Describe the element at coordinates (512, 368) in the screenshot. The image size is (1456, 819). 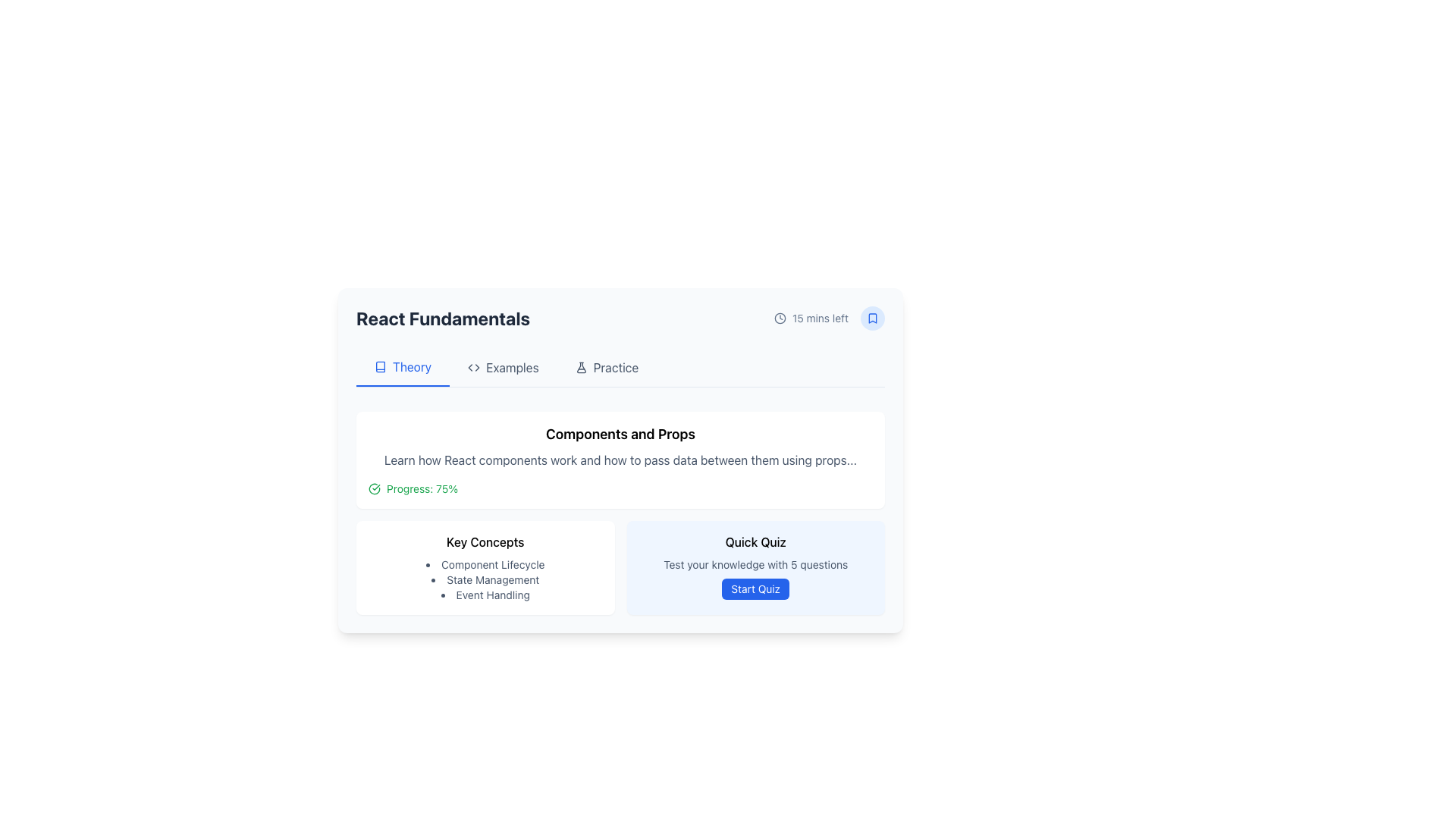
I see `the 'Examples' text label in the top navigation bar` at that location.